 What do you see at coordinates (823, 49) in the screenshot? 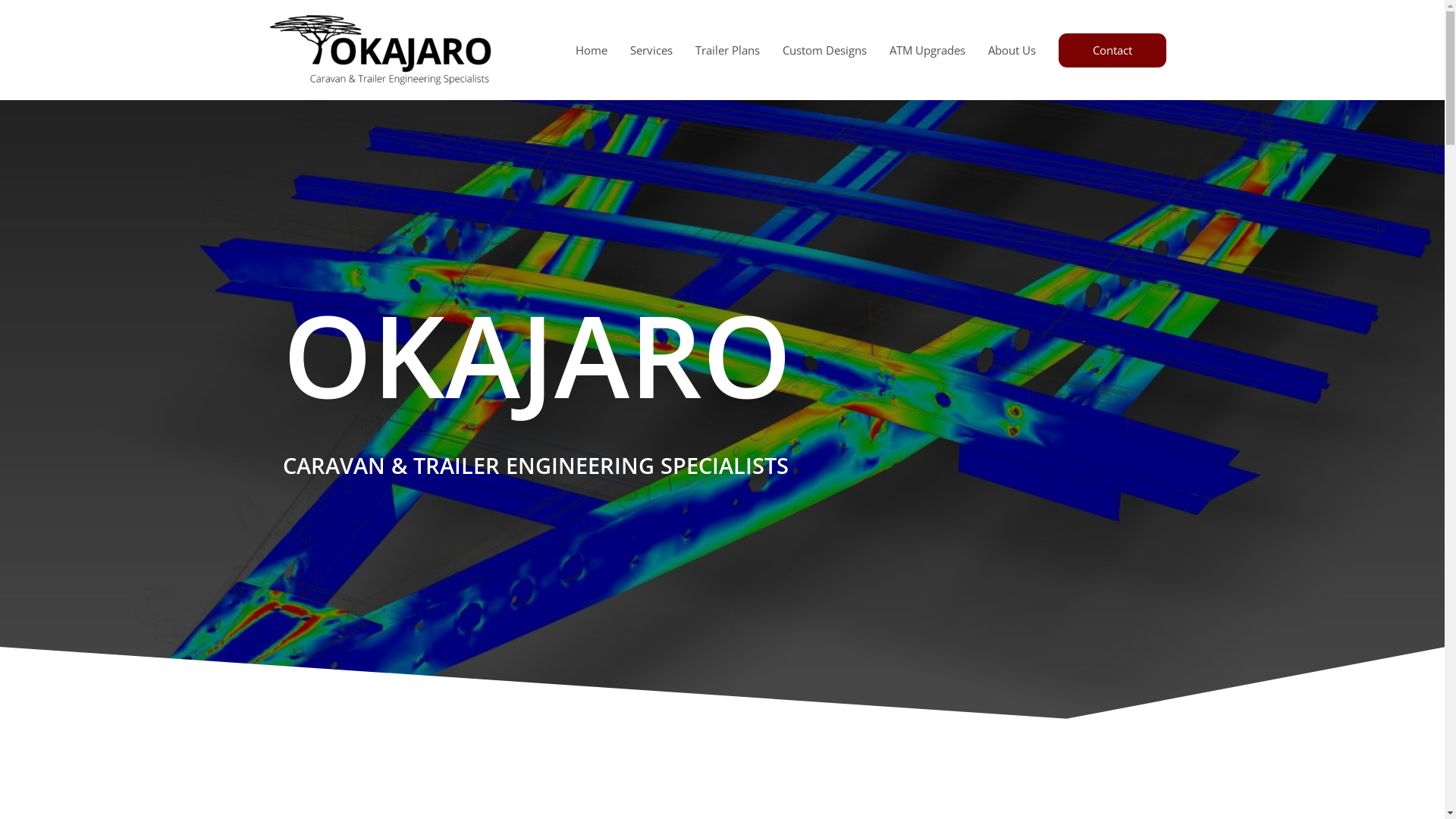
I see `'Custom Designs'` at bounding box center [823, 49].